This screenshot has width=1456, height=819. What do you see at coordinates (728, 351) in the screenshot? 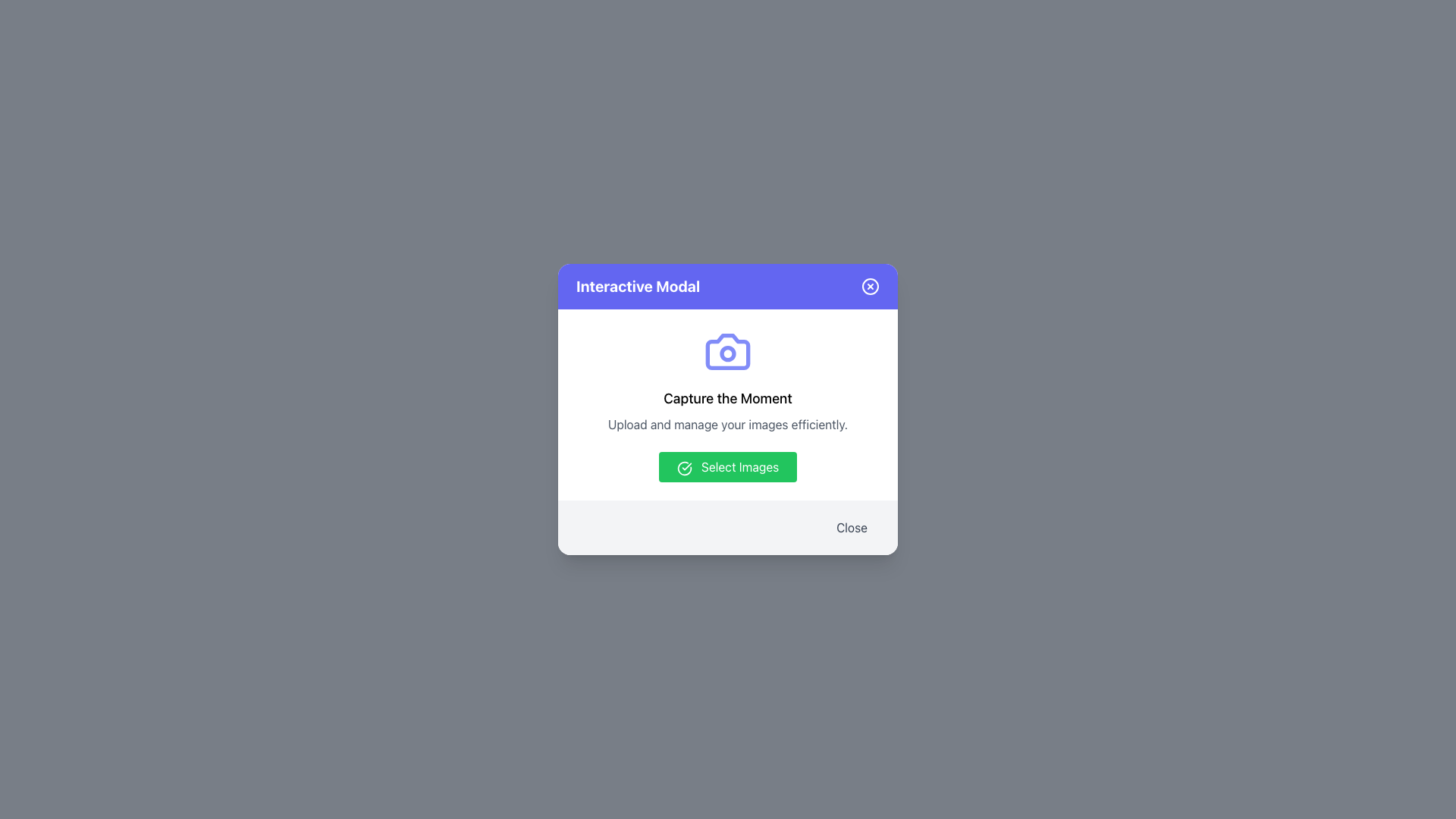
I see `the decorative icon located in the center of the modal dialog box above the text 'Capture the Moment'` at bounding box center [728, 351].